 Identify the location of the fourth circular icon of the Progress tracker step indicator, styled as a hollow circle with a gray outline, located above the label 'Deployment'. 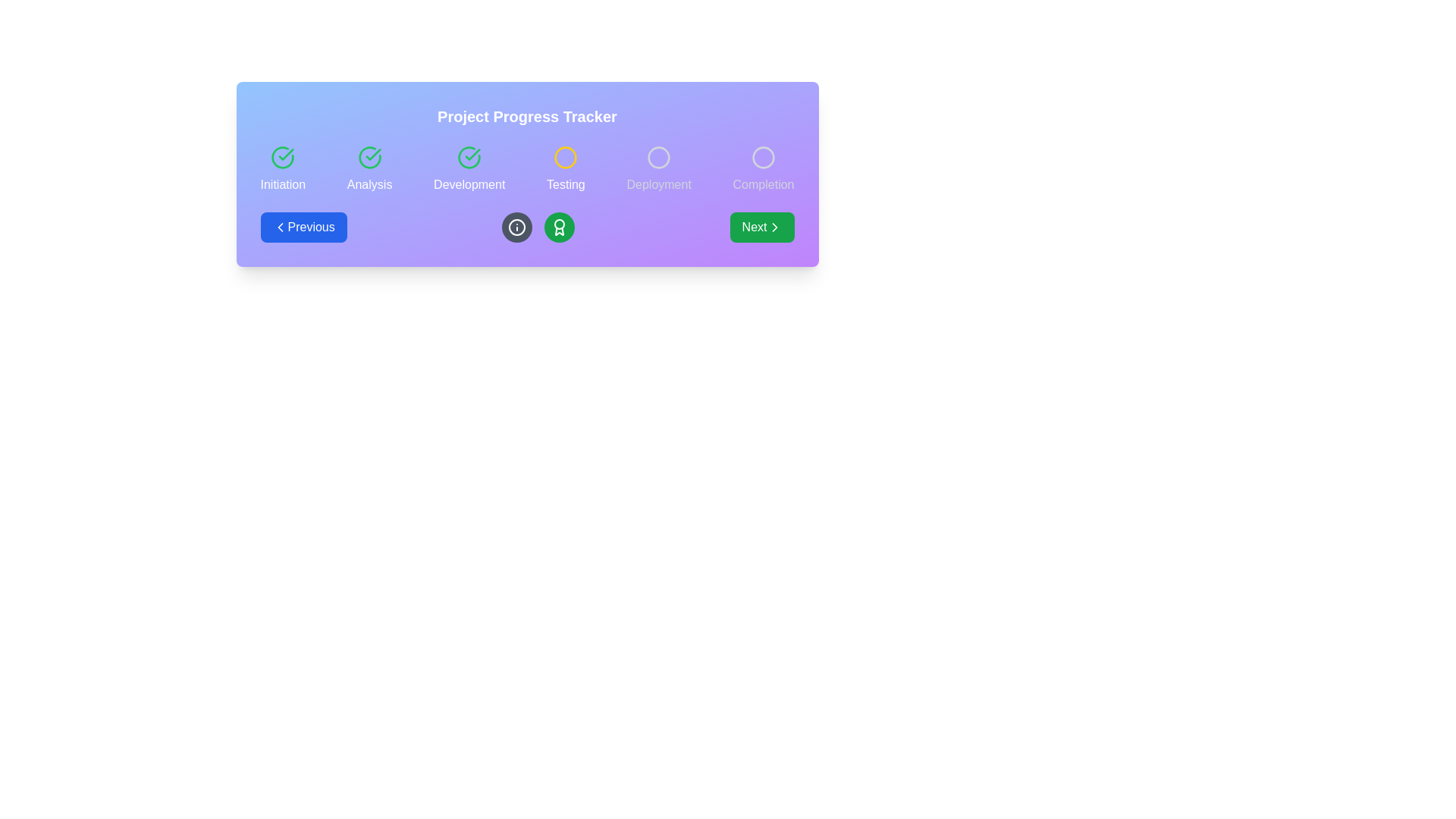
(659, 158).